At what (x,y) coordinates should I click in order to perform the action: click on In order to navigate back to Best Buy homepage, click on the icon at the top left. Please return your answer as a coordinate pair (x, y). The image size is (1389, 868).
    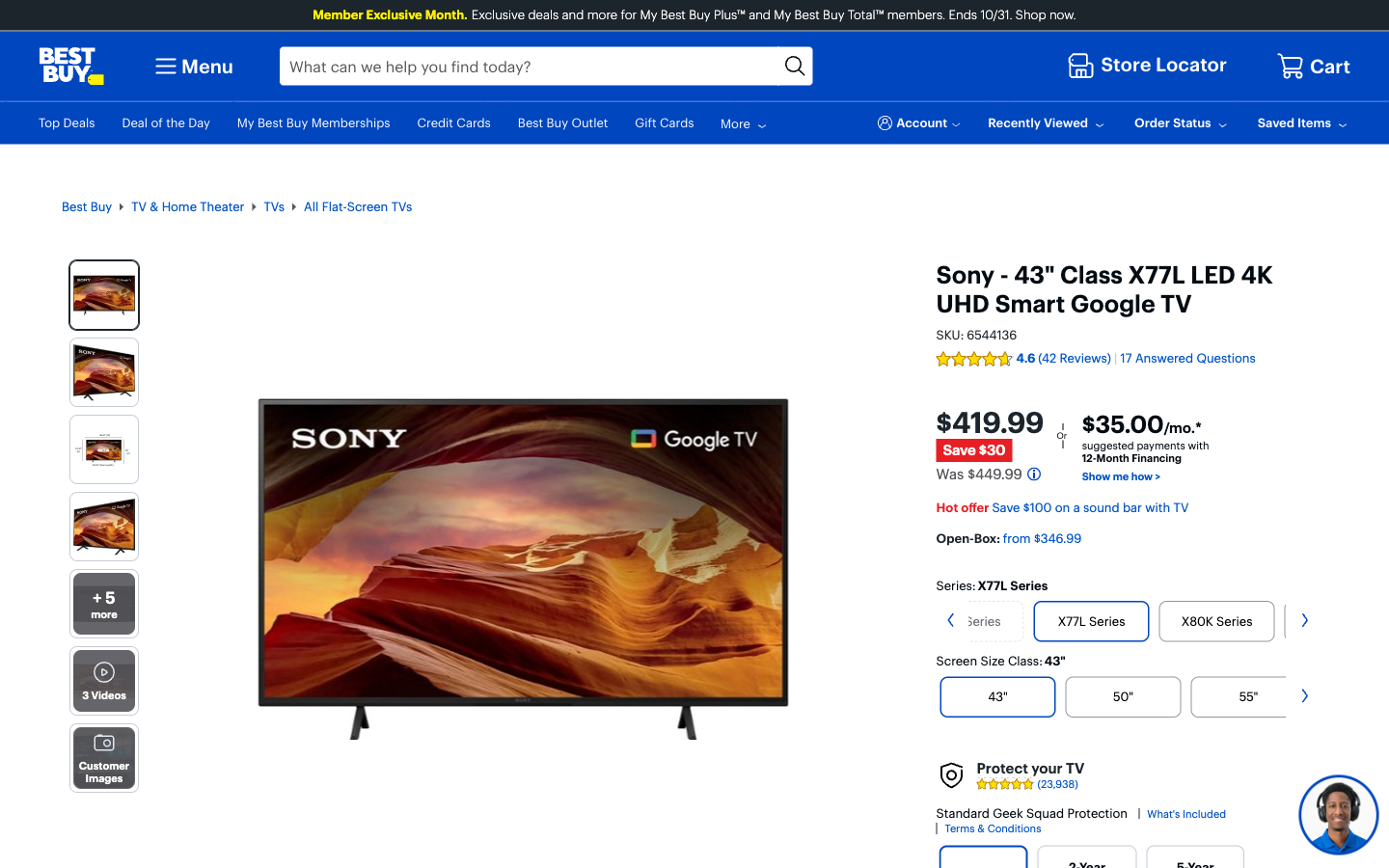
    Looking at the image, I should click on (71, 66).